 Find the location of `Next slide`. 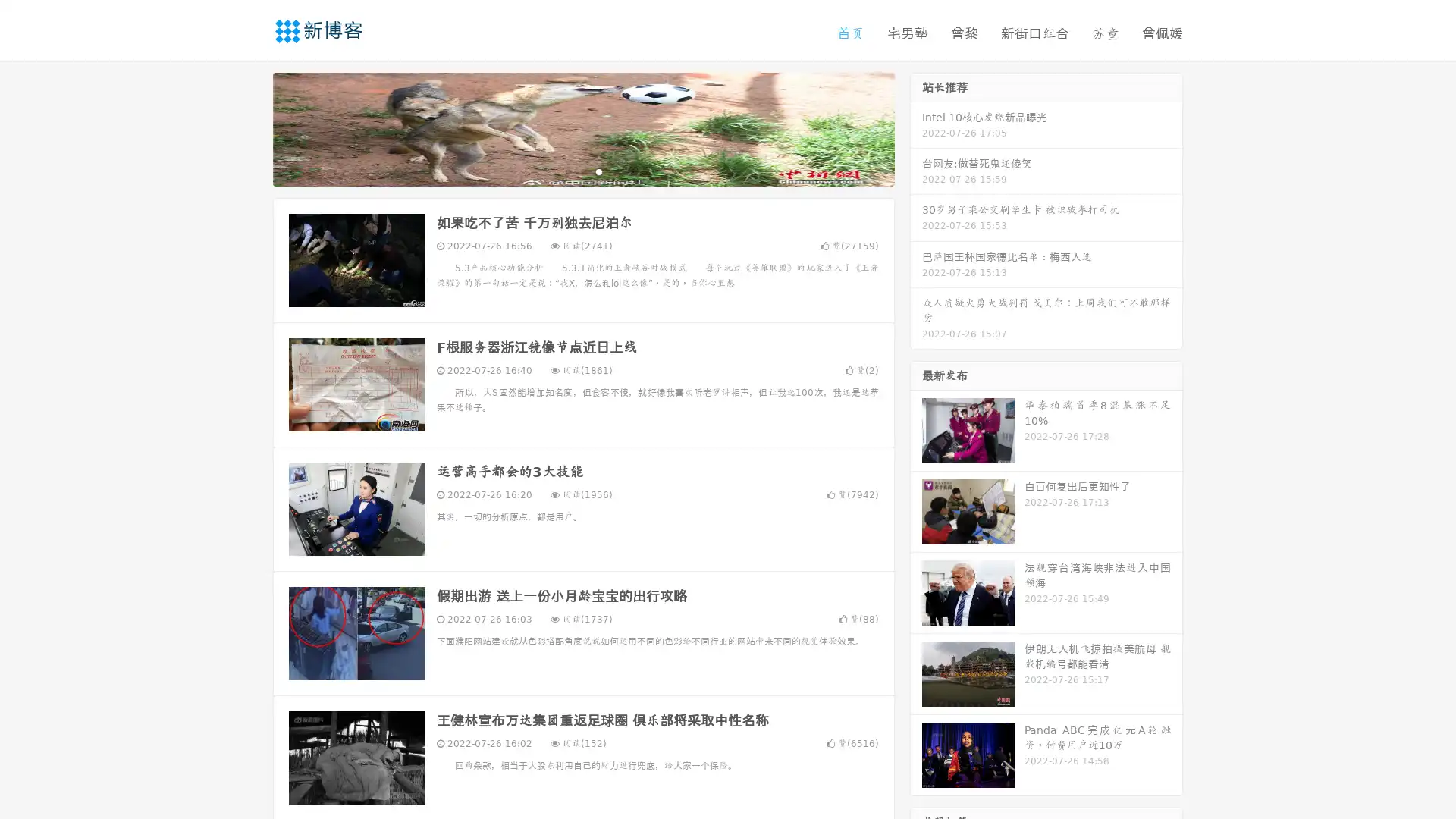

Next slide is located at coordinates (916, 127).